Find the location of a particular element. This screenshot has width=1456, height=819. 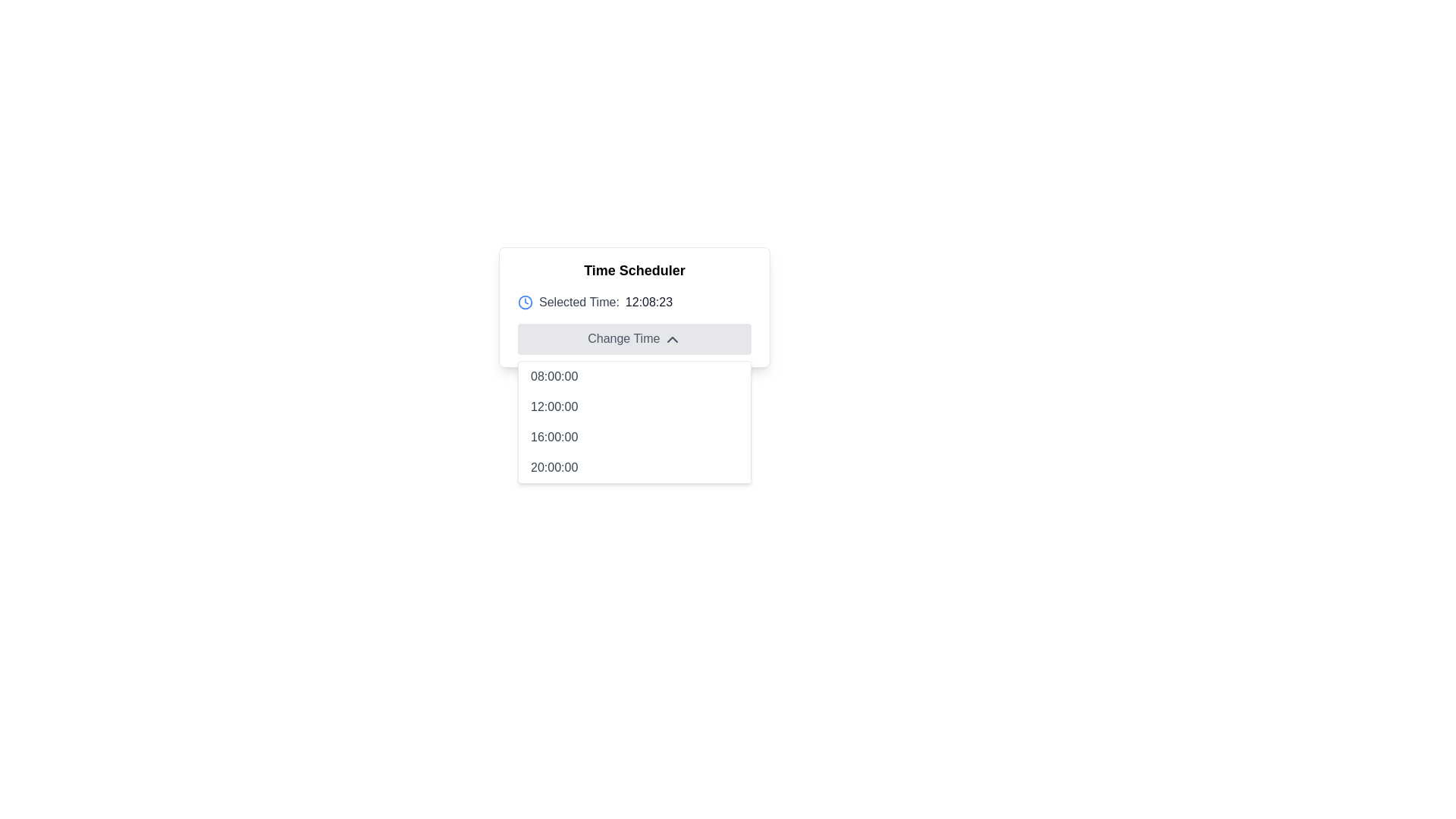

the selectable list item representing '12:00:00' in the dropdown menu is located at coordinates (634, 406).